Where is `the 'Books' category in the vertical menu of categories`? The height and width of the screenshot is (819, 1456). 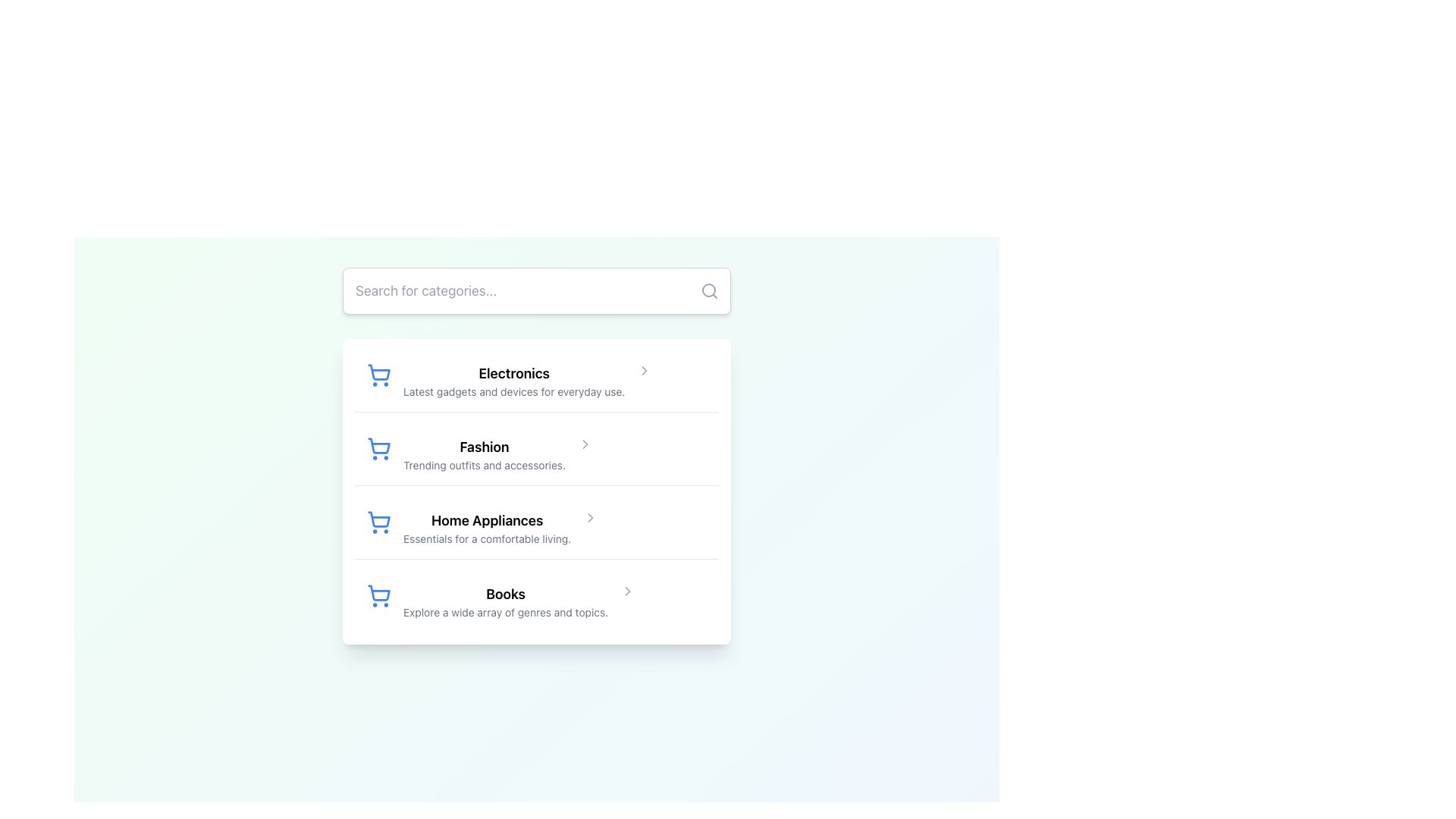
the 'Books' category in the vertical menu of categories is located at coordinates (506, 601).